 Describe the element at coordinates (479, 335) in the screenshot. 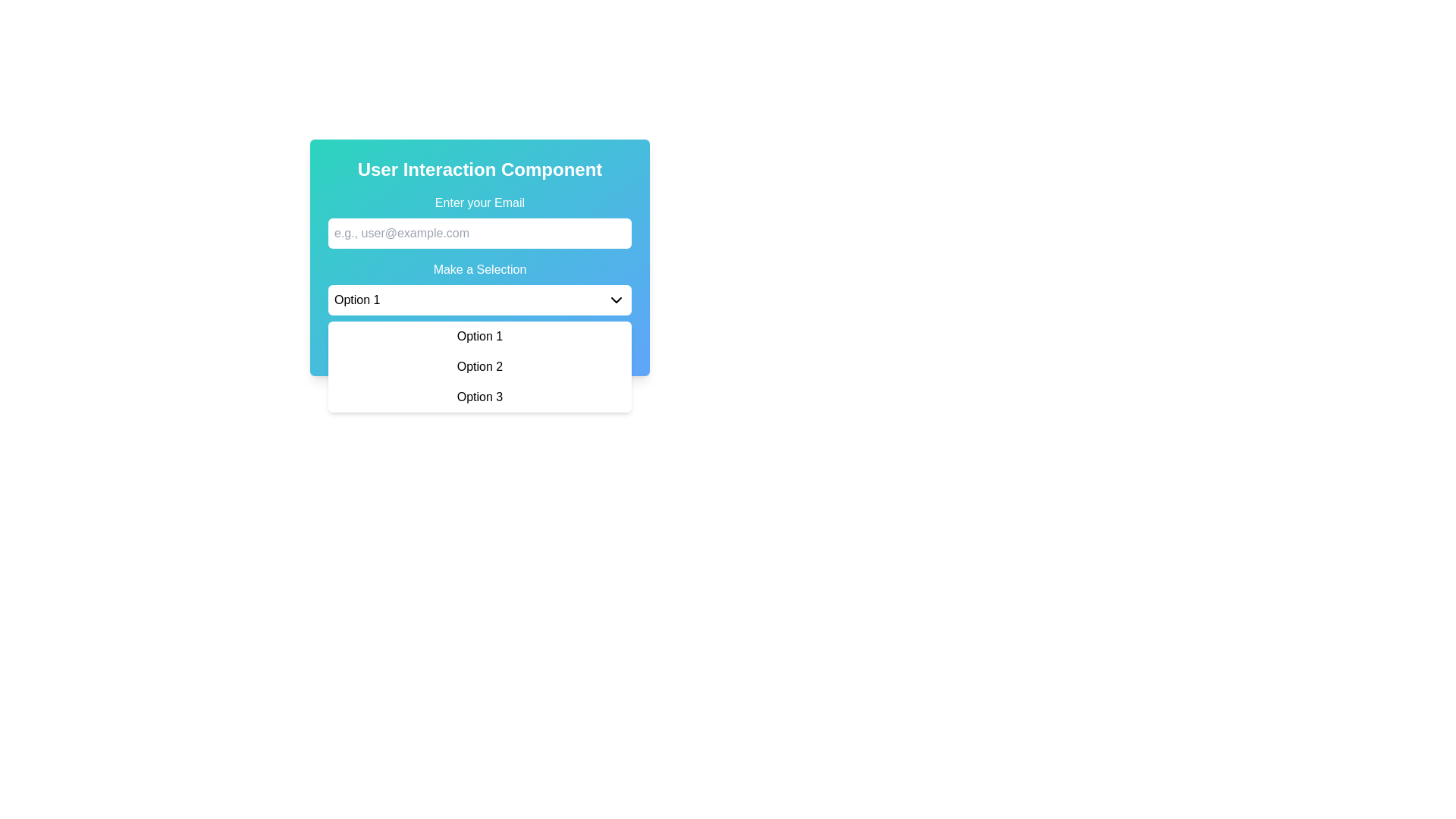

I see `the dropdown menu item displaying 'Option 1'` at that location.